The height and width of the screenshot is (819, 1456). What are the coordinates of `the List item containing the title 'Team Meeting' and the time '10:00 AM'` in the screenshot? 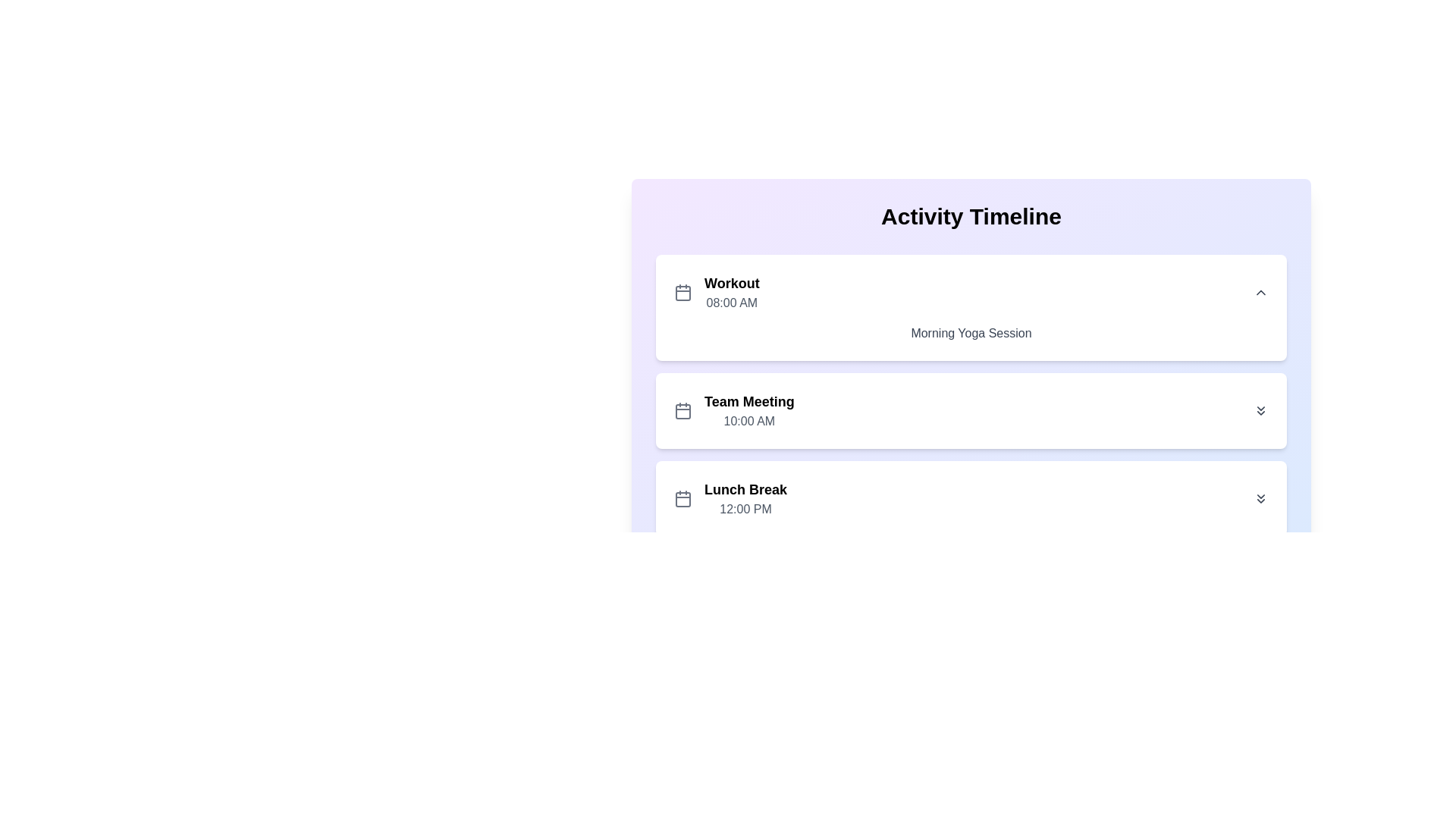 It's located at (971, 411).